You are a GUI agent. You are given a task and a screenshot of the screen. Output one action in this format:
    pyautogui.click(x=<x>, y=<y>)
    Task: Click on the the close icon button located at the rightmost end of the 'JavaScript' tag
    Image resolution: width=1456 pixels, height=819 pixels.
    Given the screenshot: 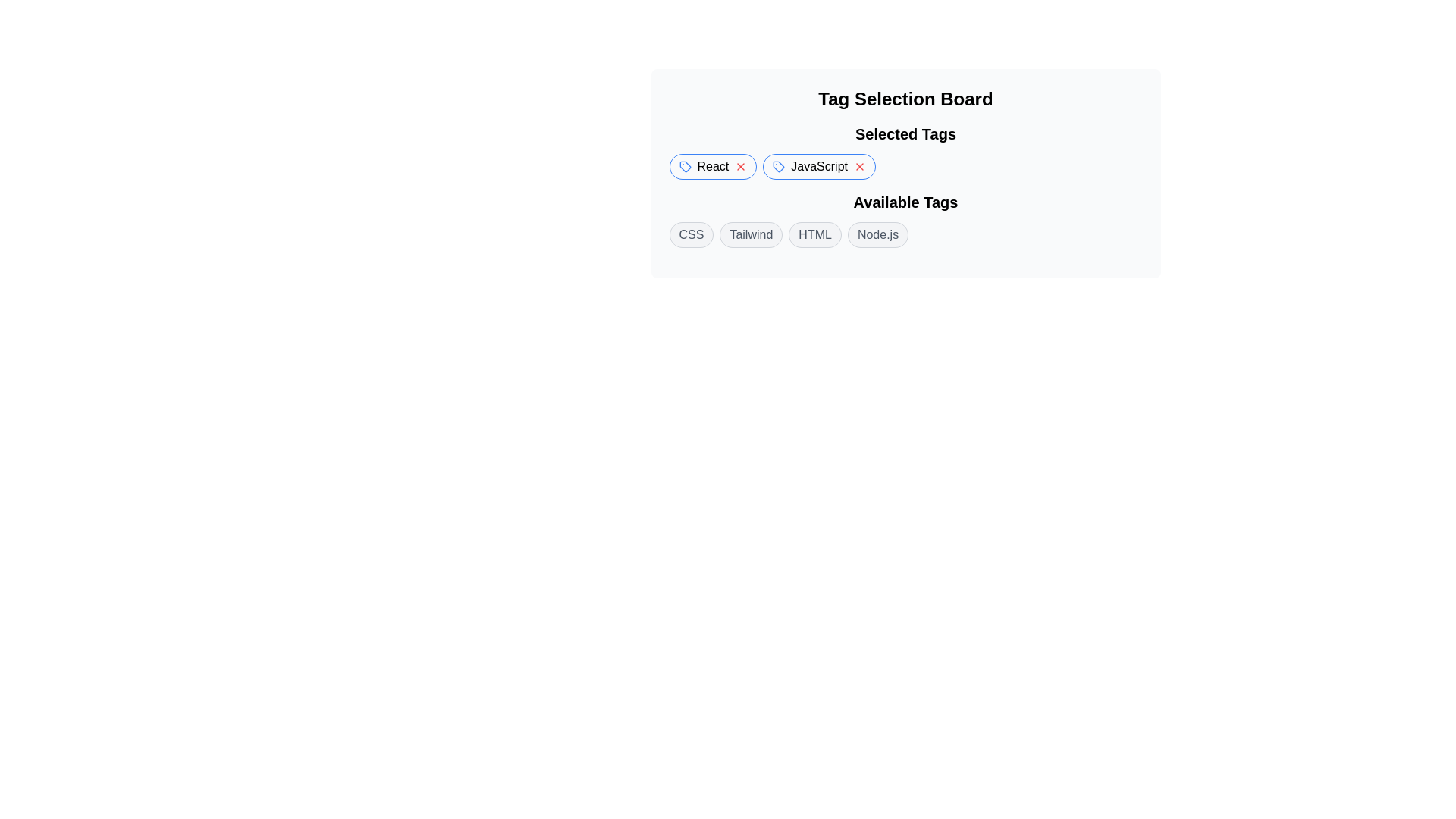 What is the action you would take?
    pyautogui.click(x=859, y=166)
    